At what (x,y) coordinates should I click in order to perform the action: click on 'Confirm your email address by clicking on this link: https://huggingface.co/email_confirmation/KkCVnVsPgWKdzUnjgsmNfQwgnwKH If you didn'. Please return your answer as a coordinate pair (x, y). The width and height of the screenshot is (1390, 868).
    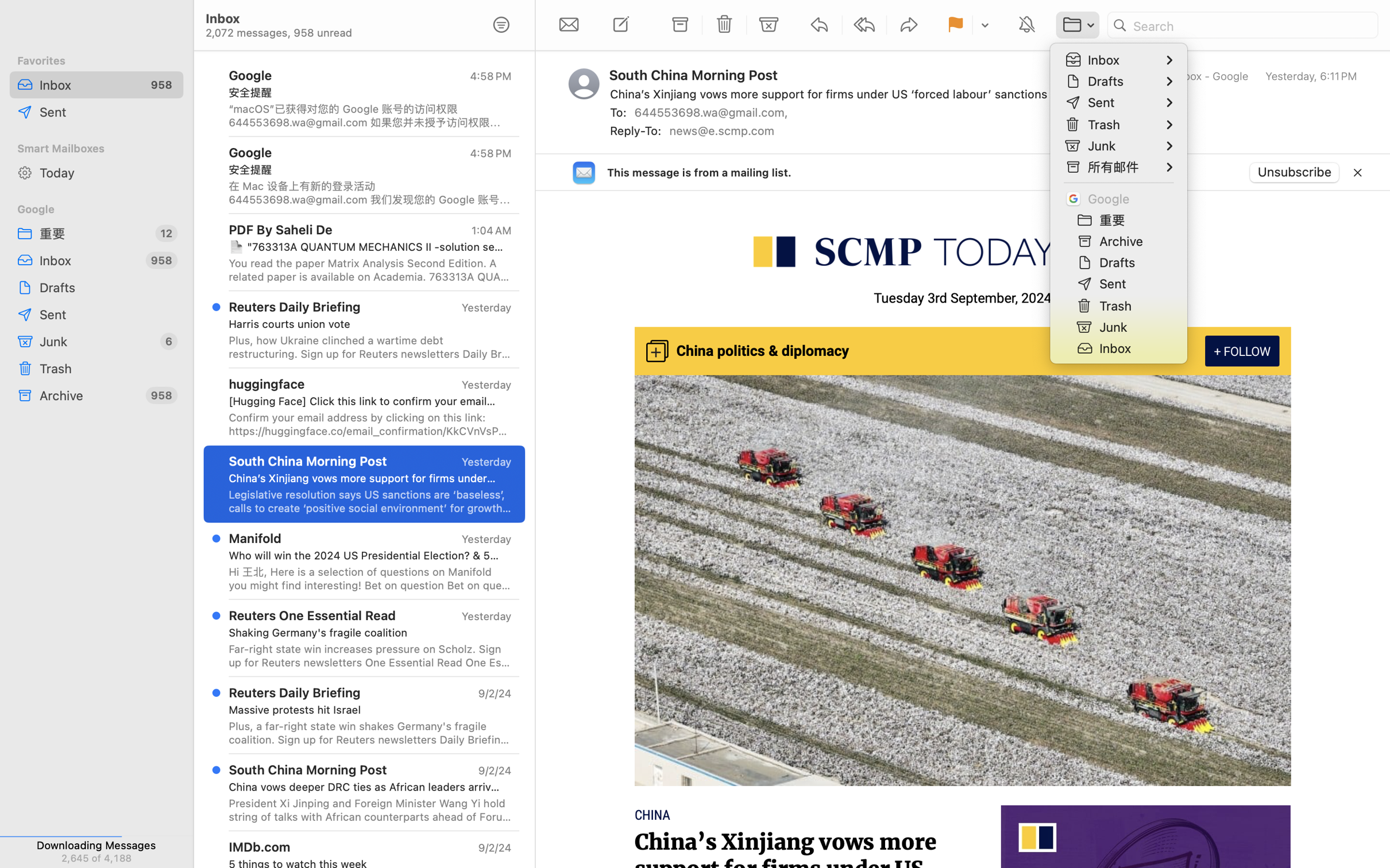
    Looking at the image, I should click on (370, 424).